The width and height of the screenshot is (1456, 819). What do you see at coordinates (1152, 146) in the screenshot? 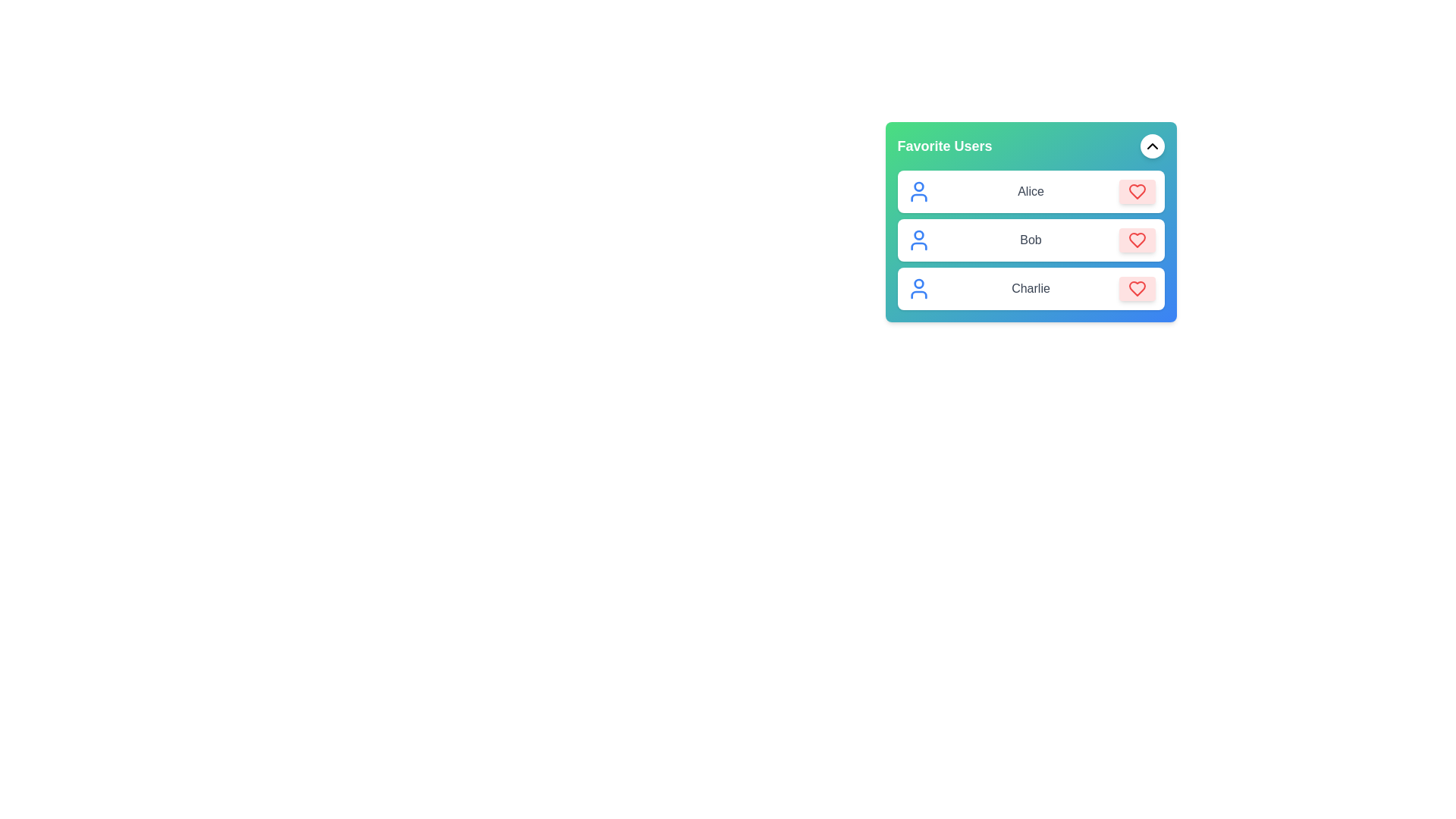
I see `toggle button to change the visibility of the user list` at bounding box center [1152, 146].